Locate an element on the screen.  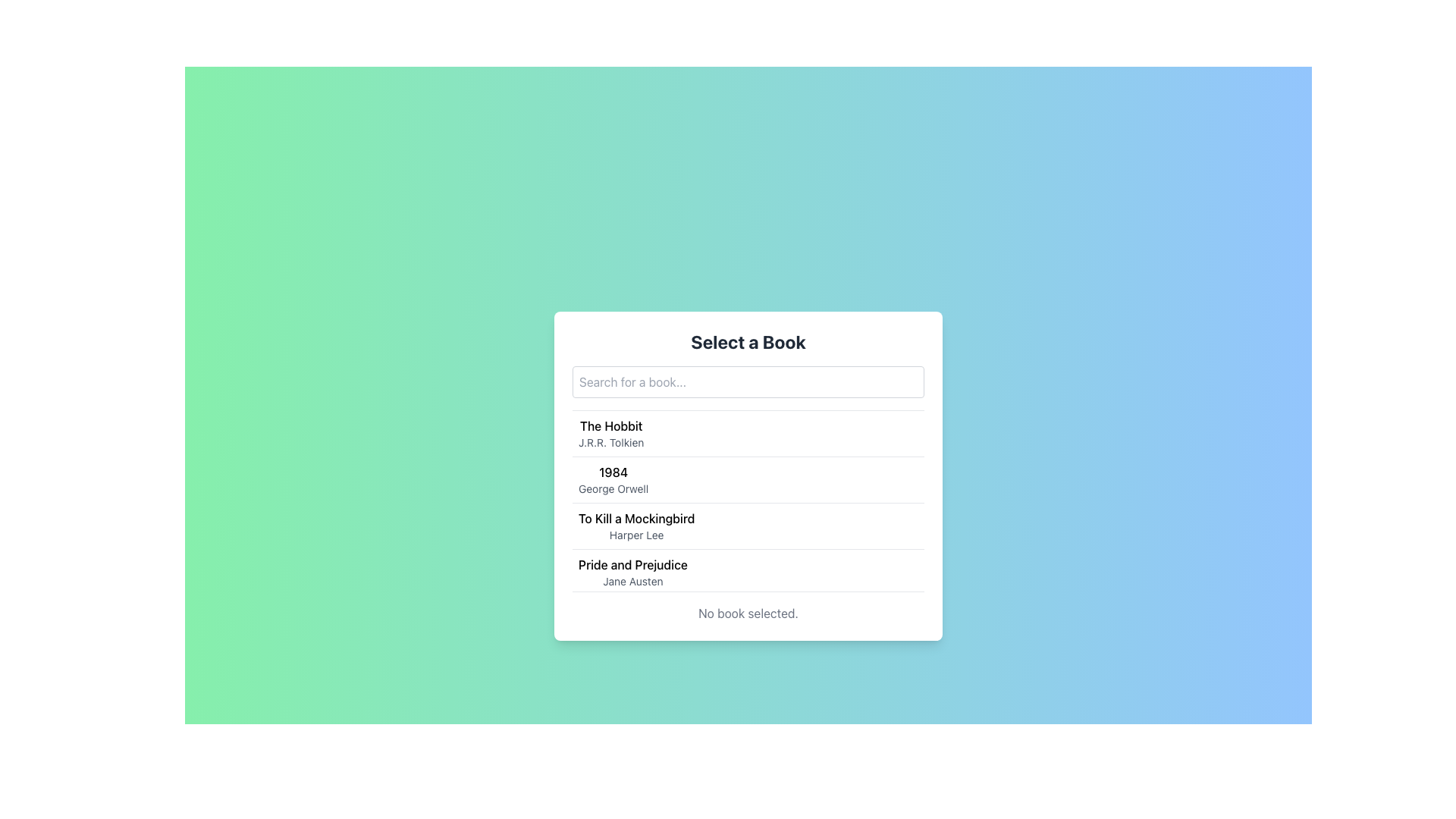
the text label displaying '1984' in a medium-bold font, which is positioned as the second item in a list of books in a centered panel with a gradient green-blue background is located at coordinates (613, 472).